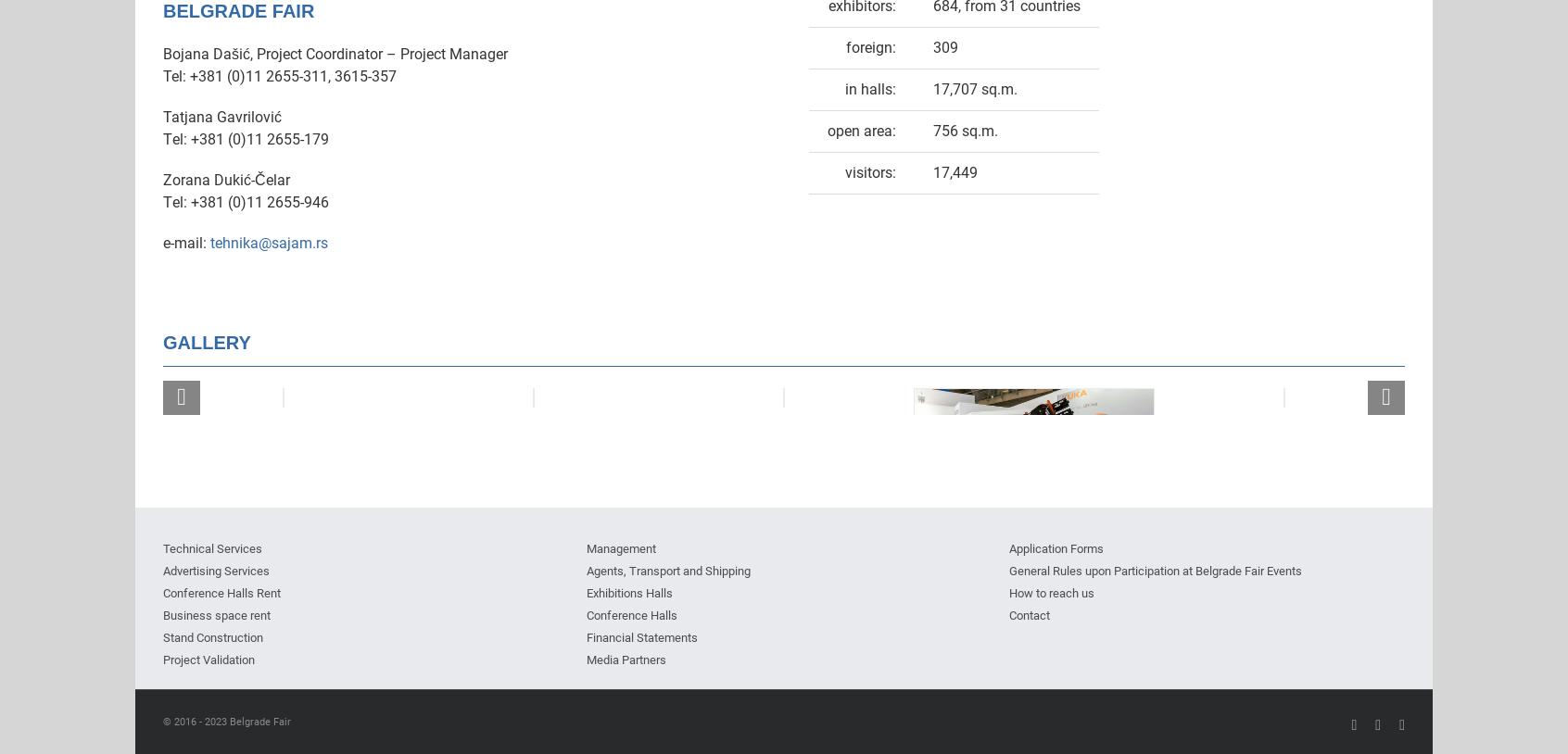 This screenshot has width=1568, height=754. Describe the element at coordinates (1156, 570) in the screenshot. I see `'General Rules upon Participation at Belgrade Fair Events'` at that location.